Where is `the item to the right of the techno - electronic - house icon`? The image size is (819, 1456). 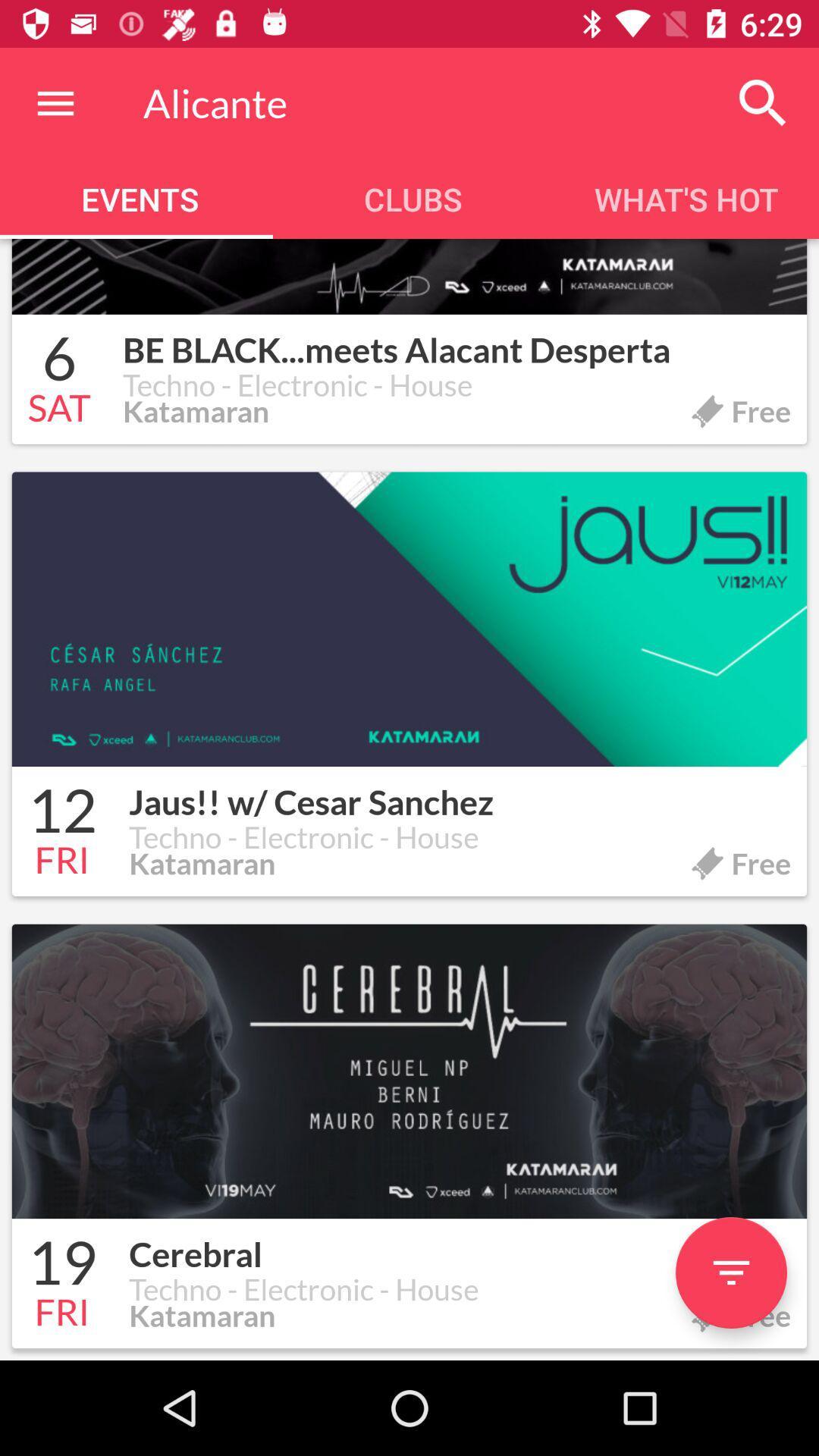 the item to the right of the techno - electronic - house icon is located at coordinates (730, 1272).